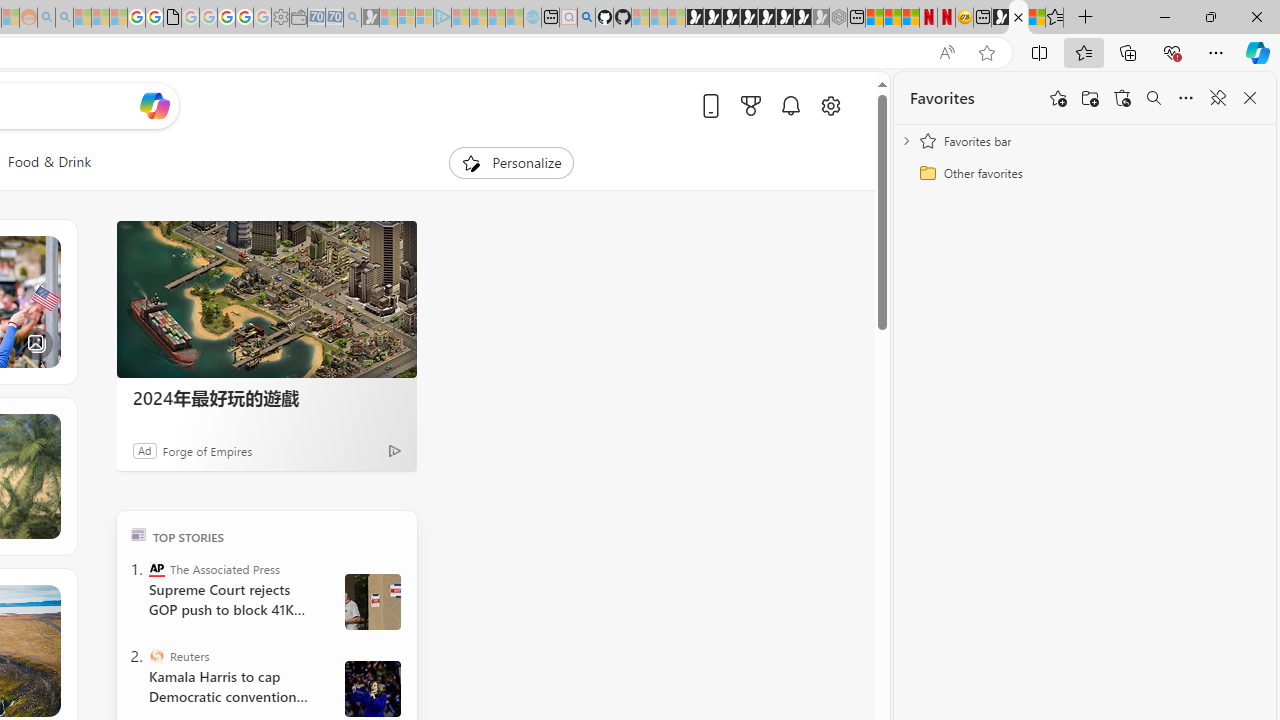 The width and height of the screenshot is (1280, 720). Describe the element at coordinates (512, 162) in the screenshot. I see `'Personalize'` at that location.